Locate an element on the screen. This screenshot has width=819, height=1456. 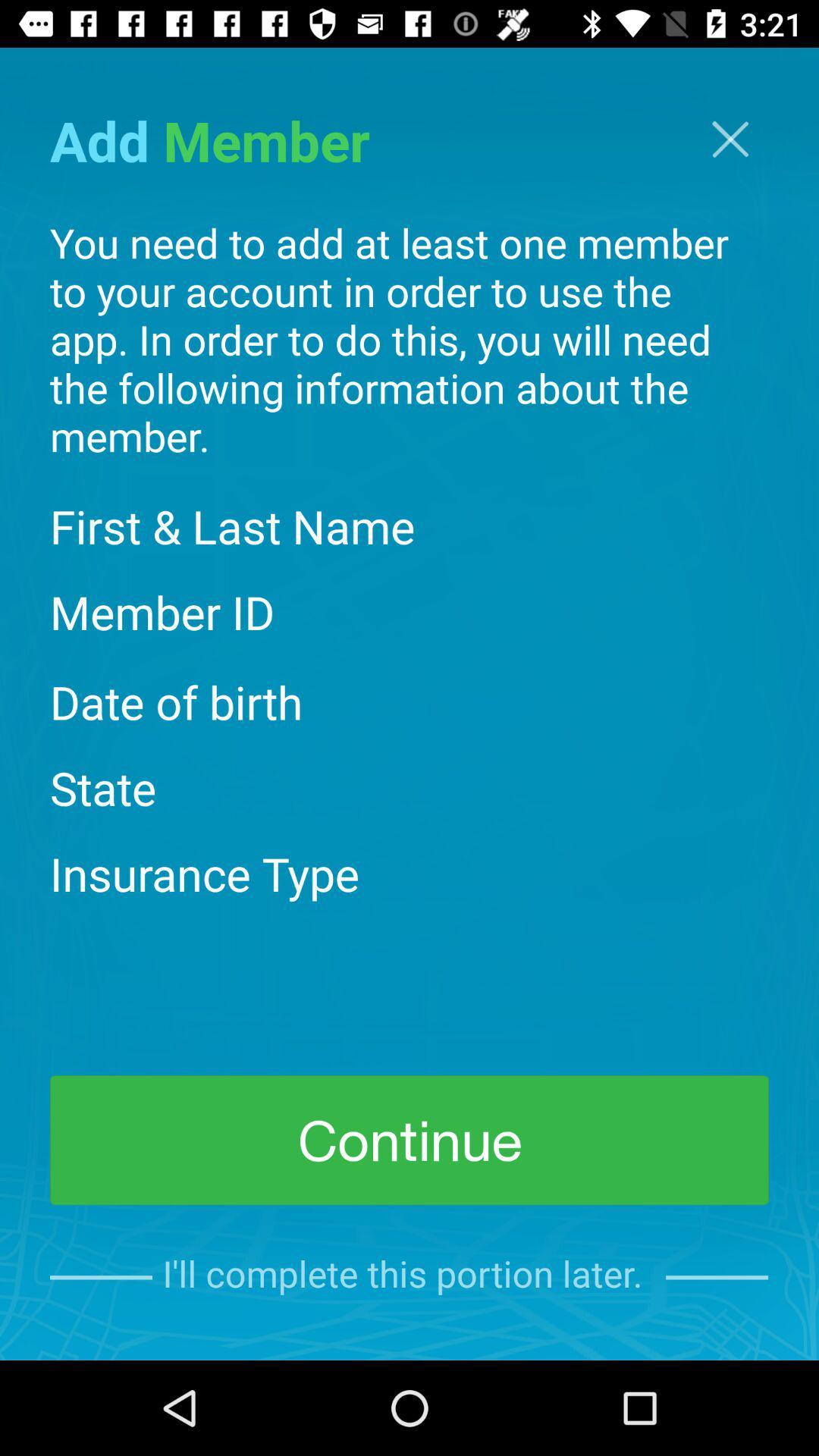
exit is located at coordinates (730, 139).